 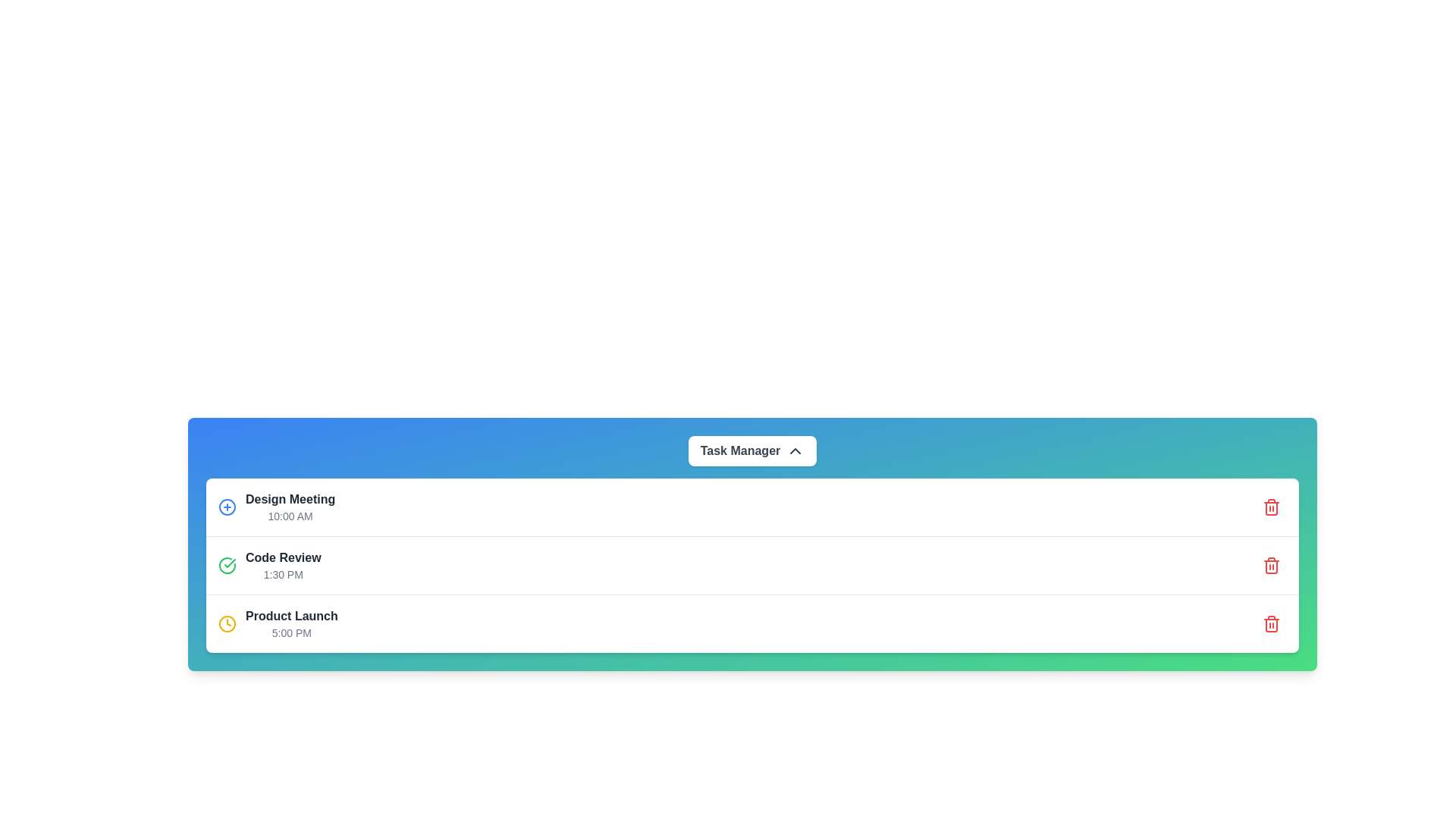 What do you see at coordinates (226, 507) in the screenshot?
I see `the circular blue outlined icon with a plus symbol located to the left of the text 'Design Meeting'` at bounding box center [226, 507].